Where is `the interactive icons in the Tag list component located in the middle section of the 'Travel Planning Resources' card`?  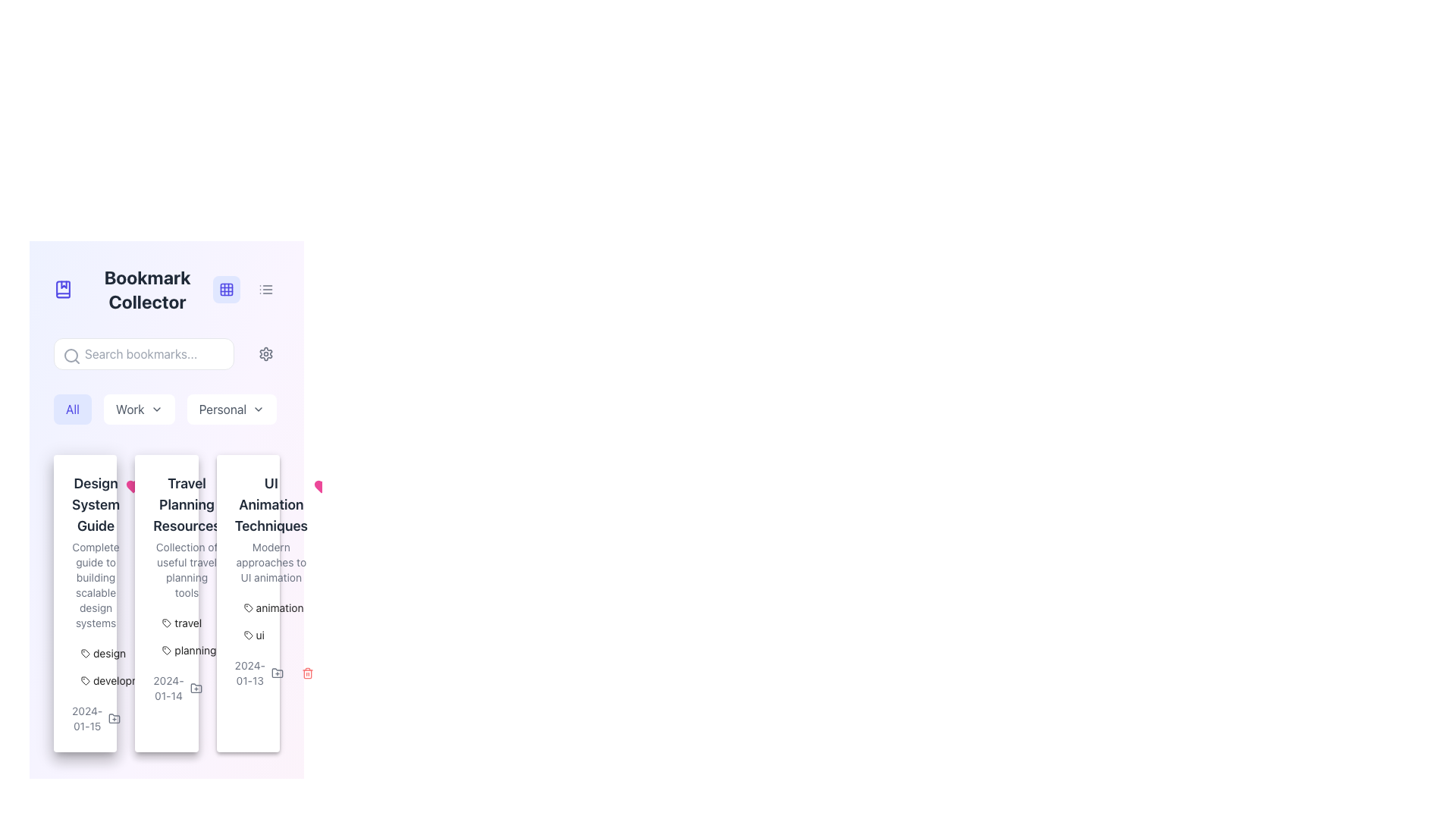 the interactive icons in the Tag list component located in the middle section of the 'Travel Planning Resources' card is located at coordinates (167, 637).